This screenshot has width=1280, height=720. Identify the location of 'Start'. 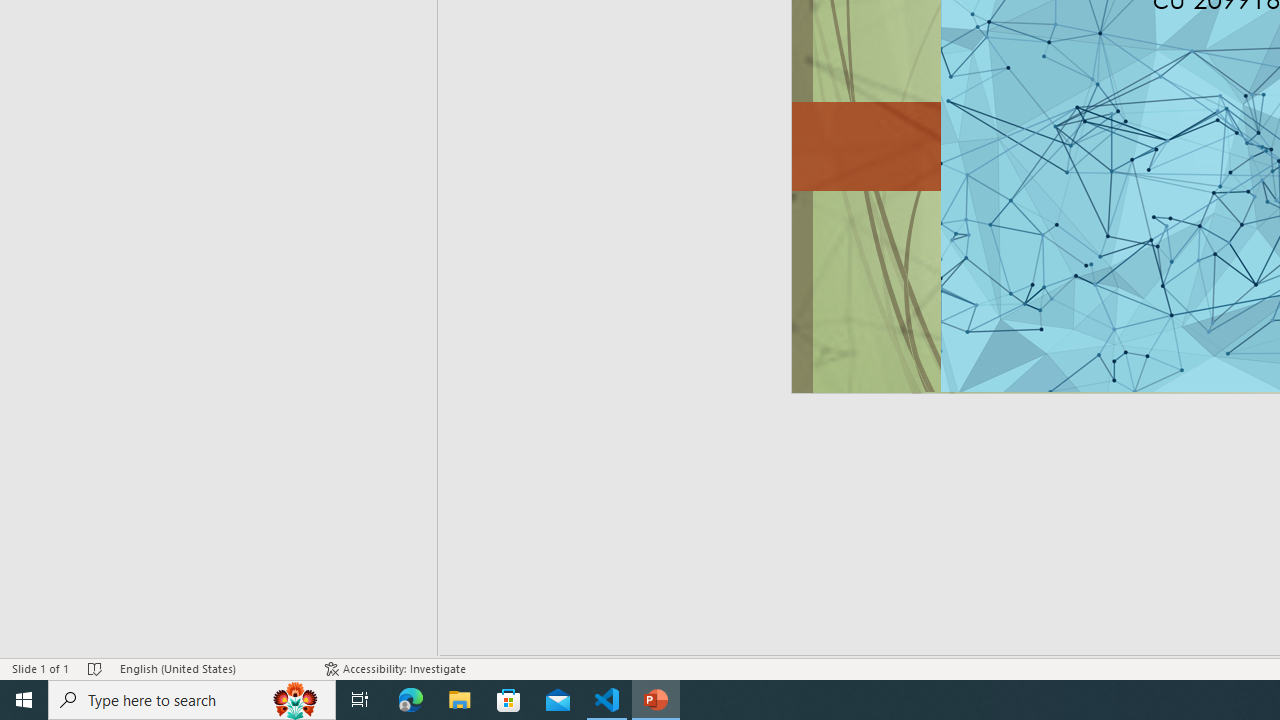
(24, 698).